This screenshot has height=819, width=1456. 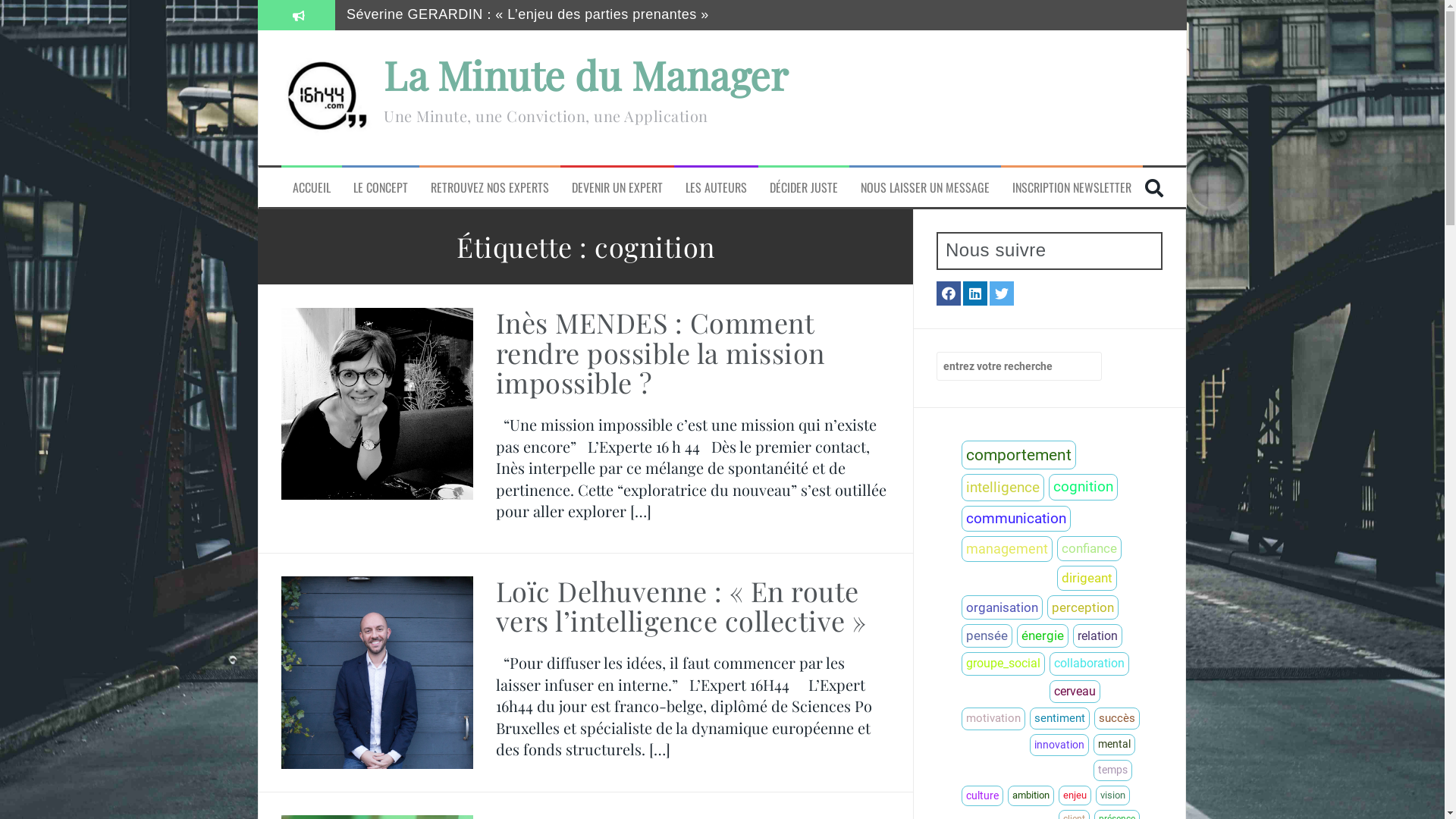 What do you see at coordinates (948, 293) in the screenshot?
I see `'Facebook'` at bounding box center [948, 293].